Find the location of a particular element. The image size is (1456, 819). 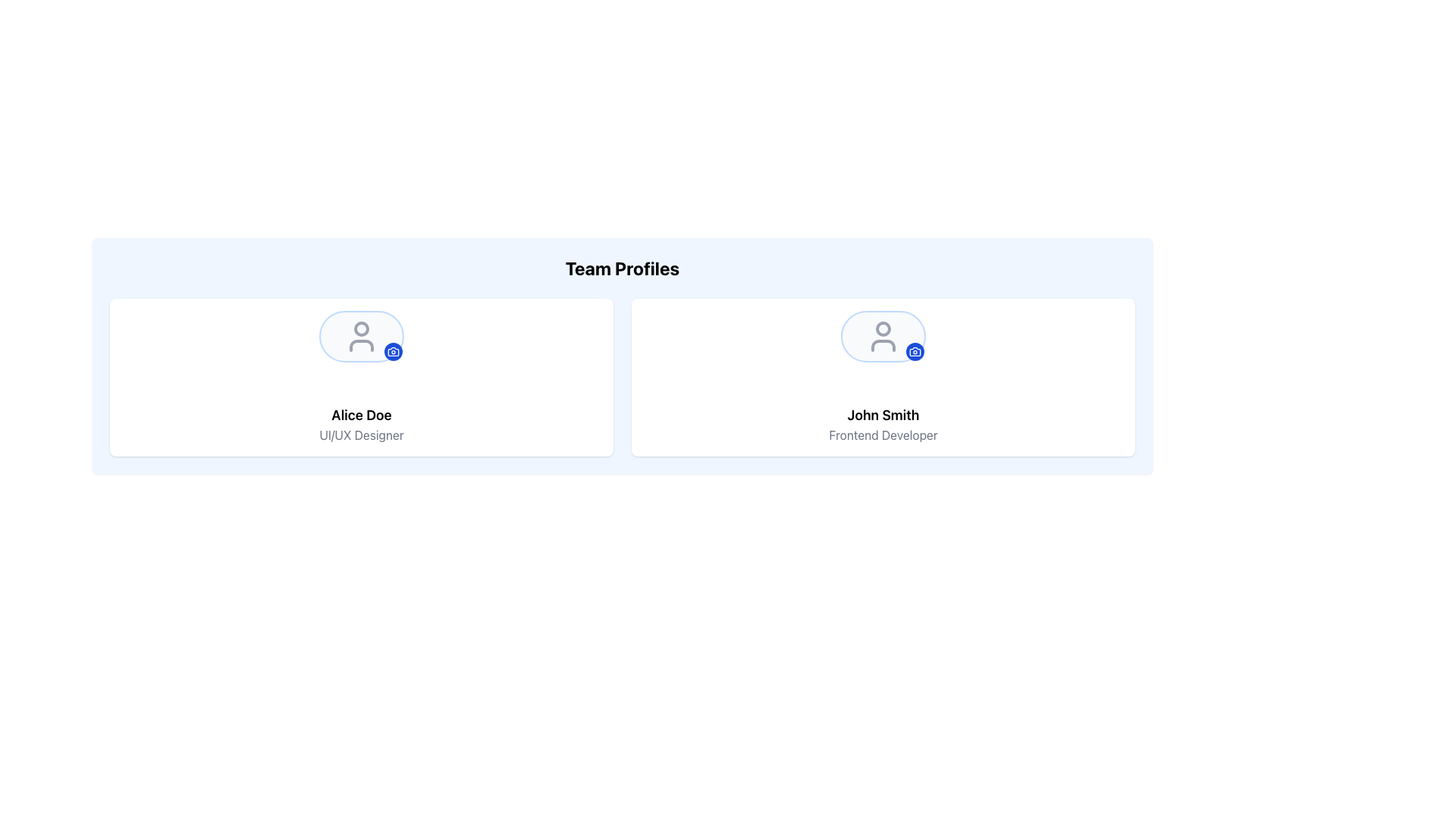

the text label that describes the role of 'Alice Doe', which is positioned directly below the name and aligned at the bottom-middle of the profile card is located at coordinates (360, 435).